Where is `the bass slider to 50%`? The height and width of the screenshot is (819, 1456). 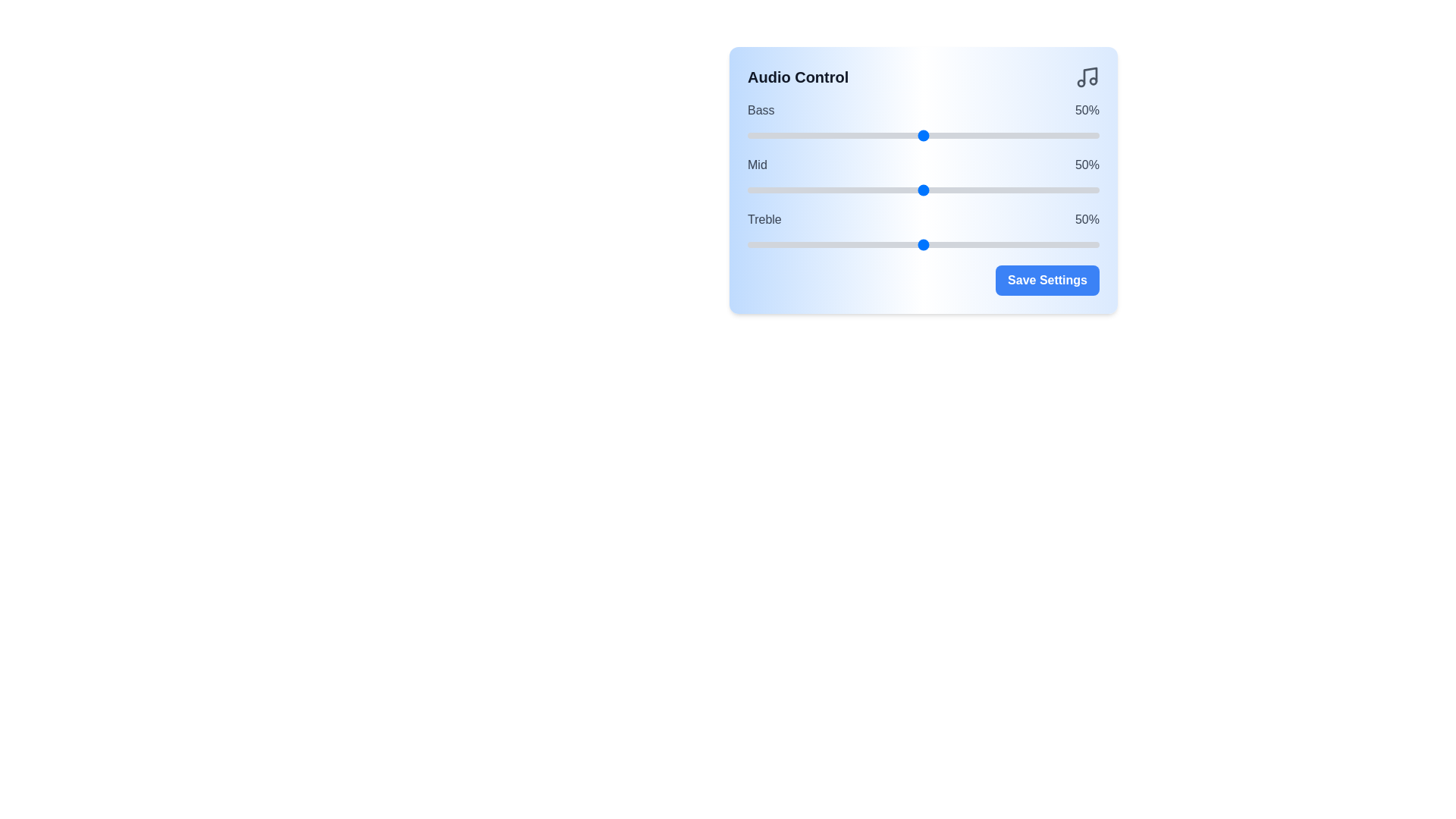 the bass slider to 50% is located at coordinates (923, 134).